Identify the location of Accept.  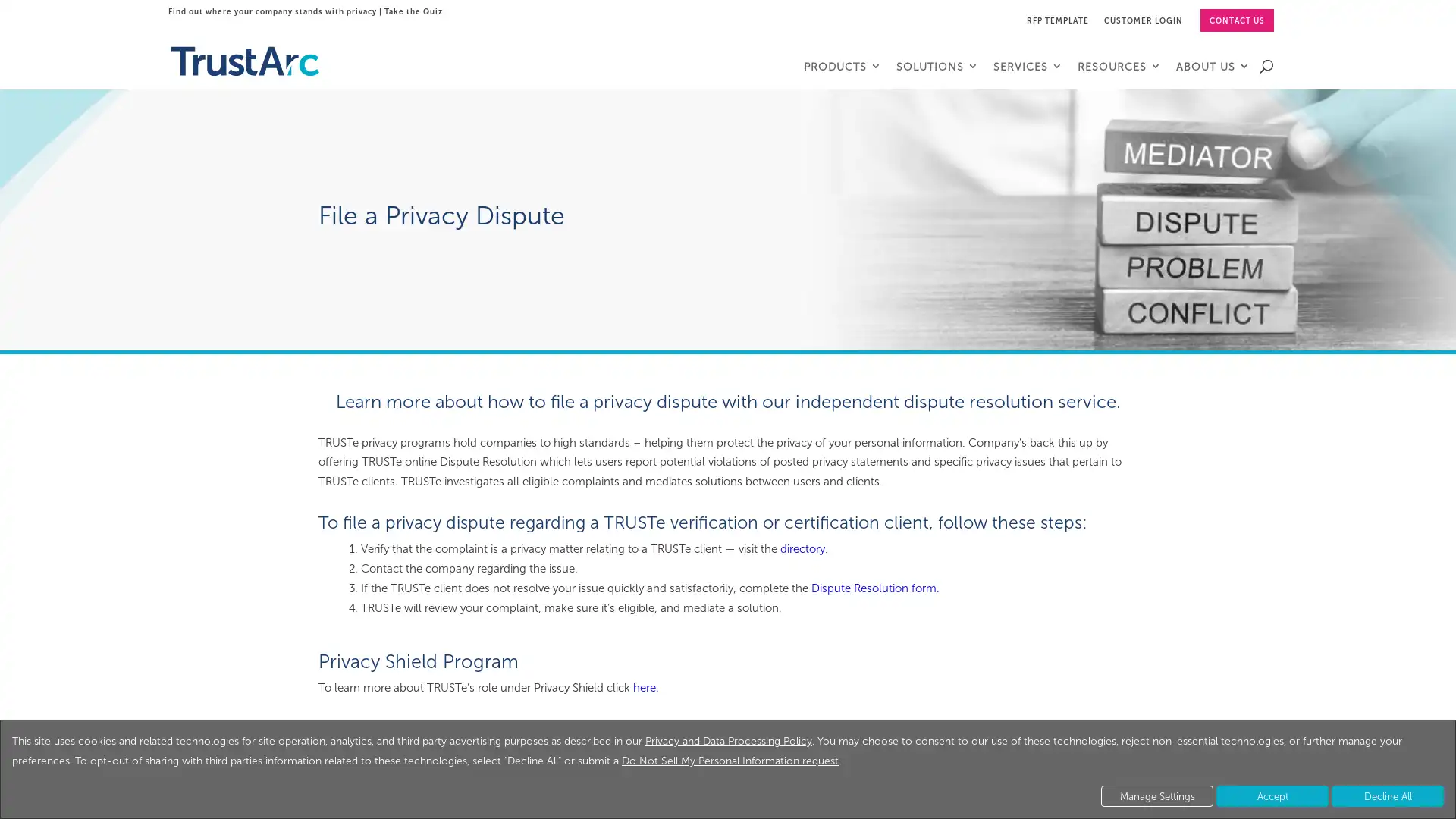
(1272, 795).